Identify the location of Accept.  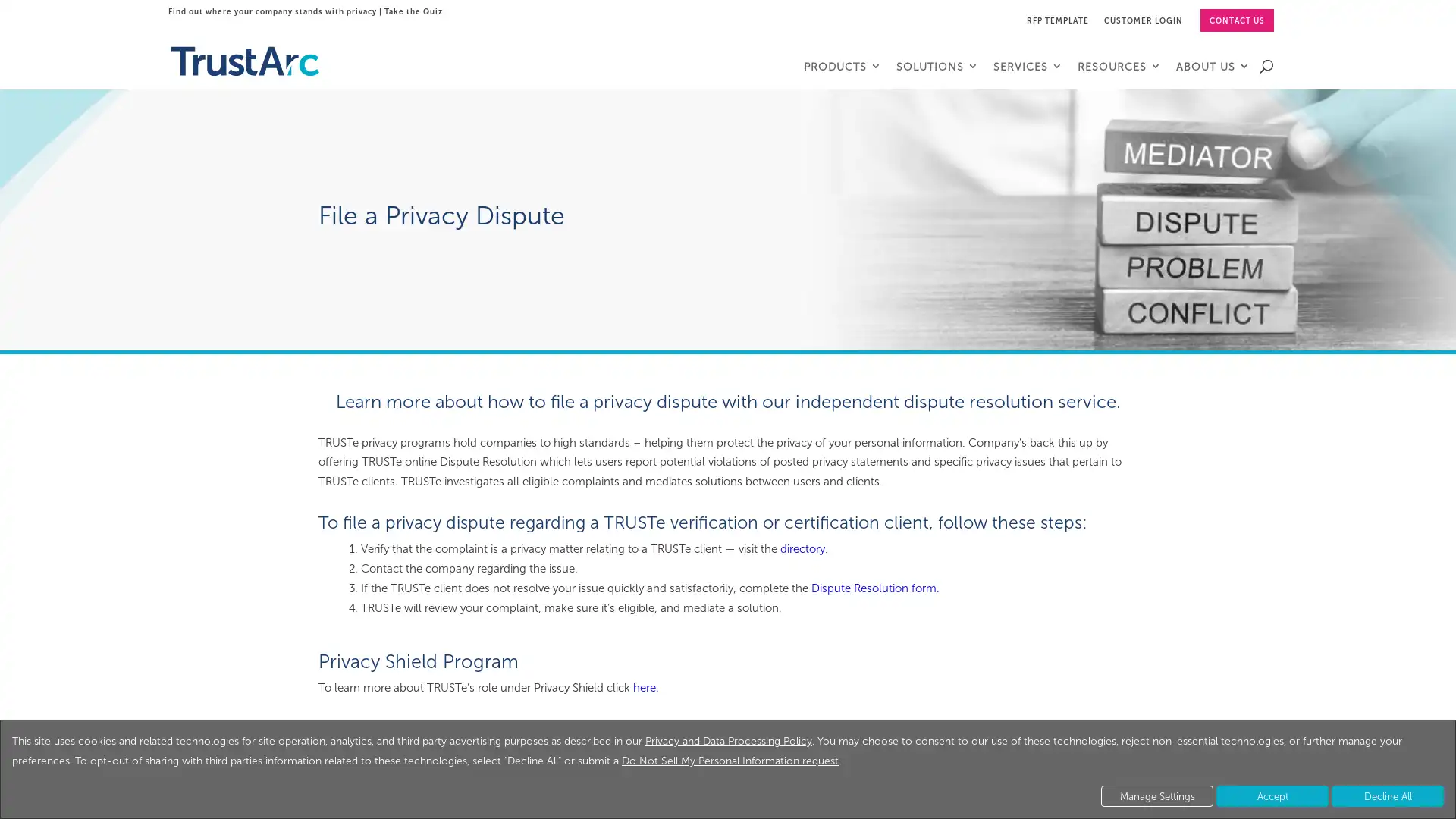
(1272, 795).